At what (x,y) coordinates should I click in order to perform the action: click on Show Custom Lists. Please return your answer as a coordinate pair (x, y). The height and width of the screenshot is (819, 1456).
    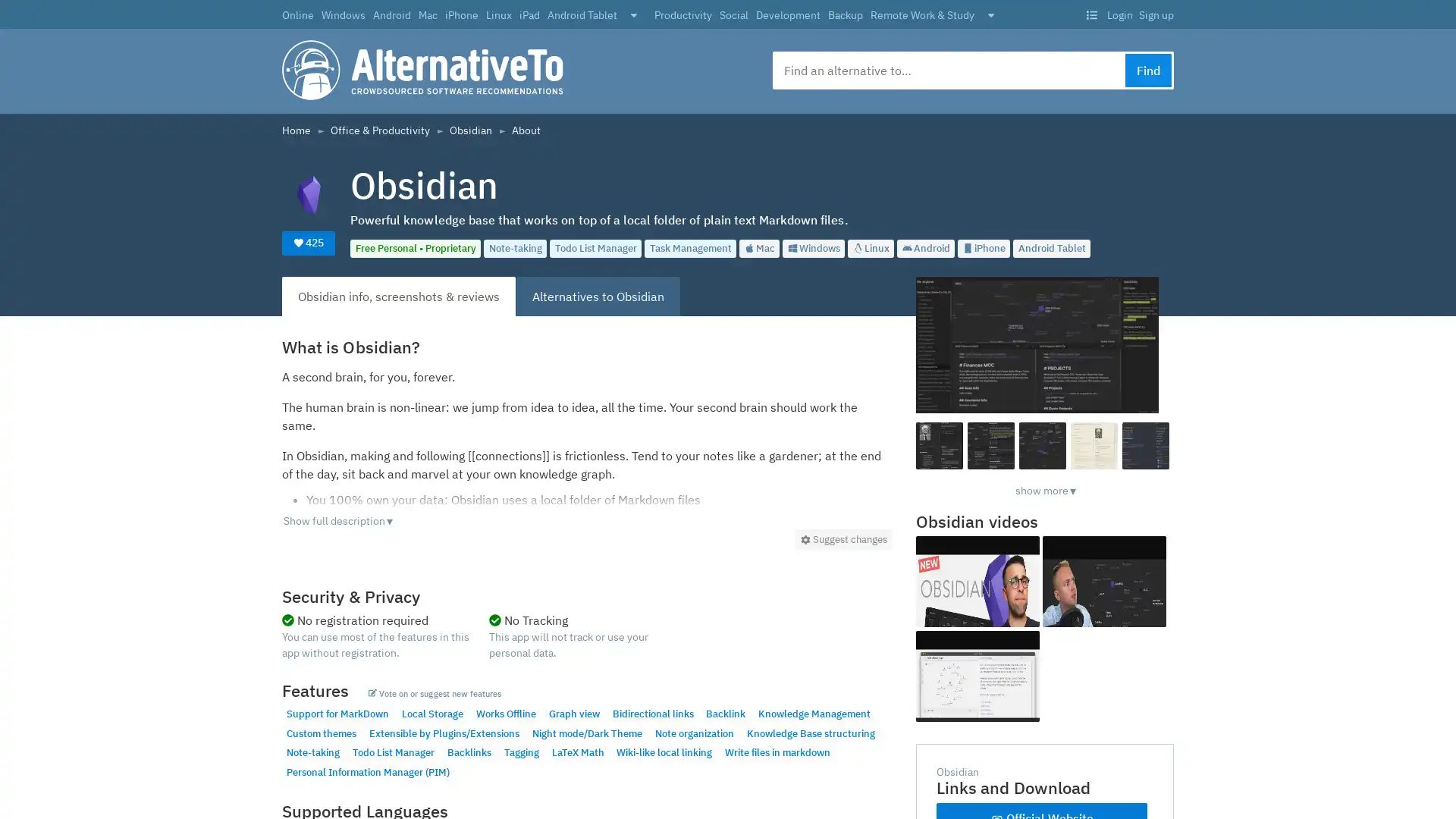
    Looking at the image, I should click on (1090, 15).